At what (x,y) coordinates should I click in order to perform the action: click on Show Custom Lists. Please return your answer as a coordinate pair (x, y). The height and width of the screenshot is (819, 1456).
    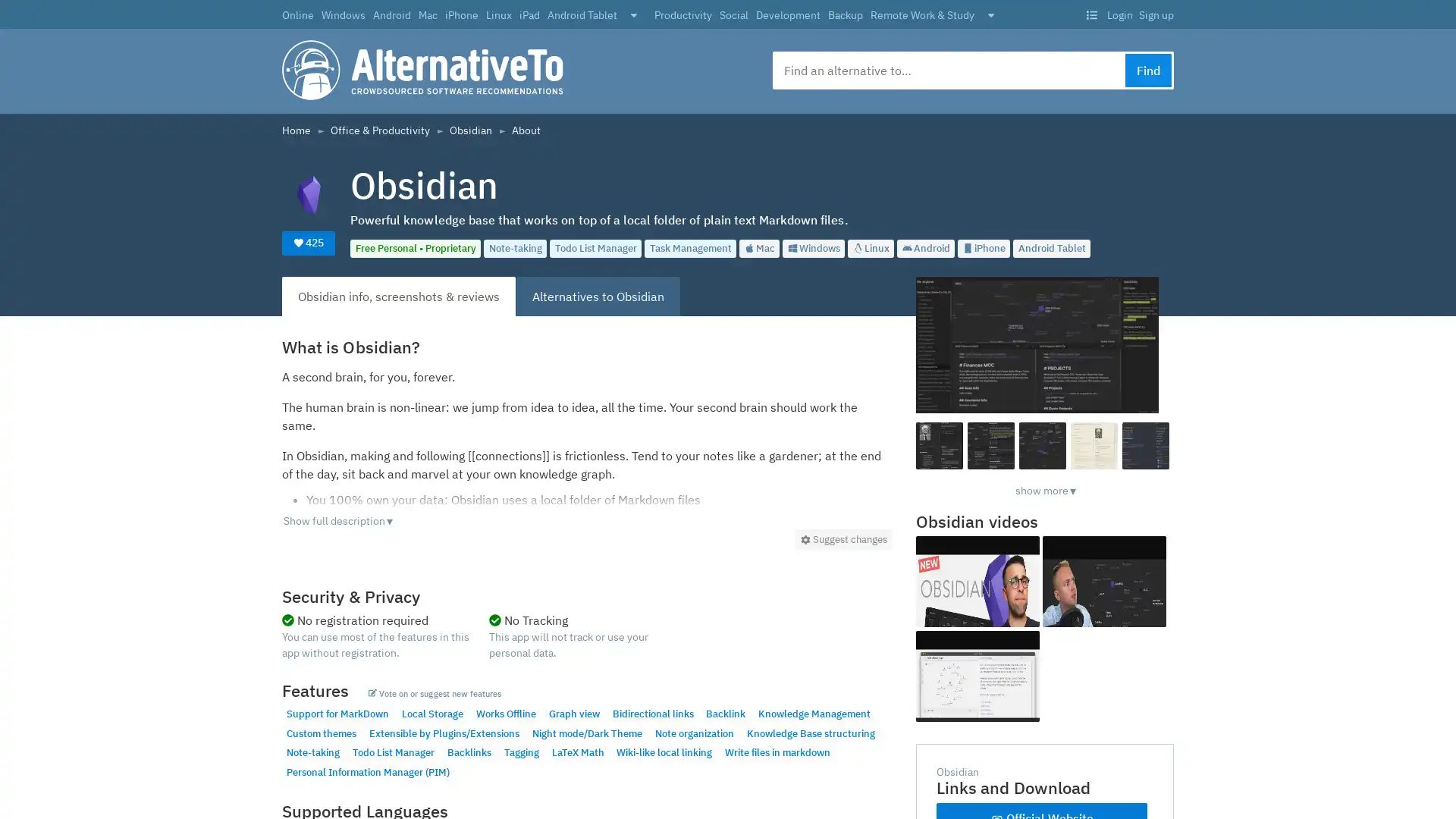
    Looking at the image, I should click on (1090, 15).